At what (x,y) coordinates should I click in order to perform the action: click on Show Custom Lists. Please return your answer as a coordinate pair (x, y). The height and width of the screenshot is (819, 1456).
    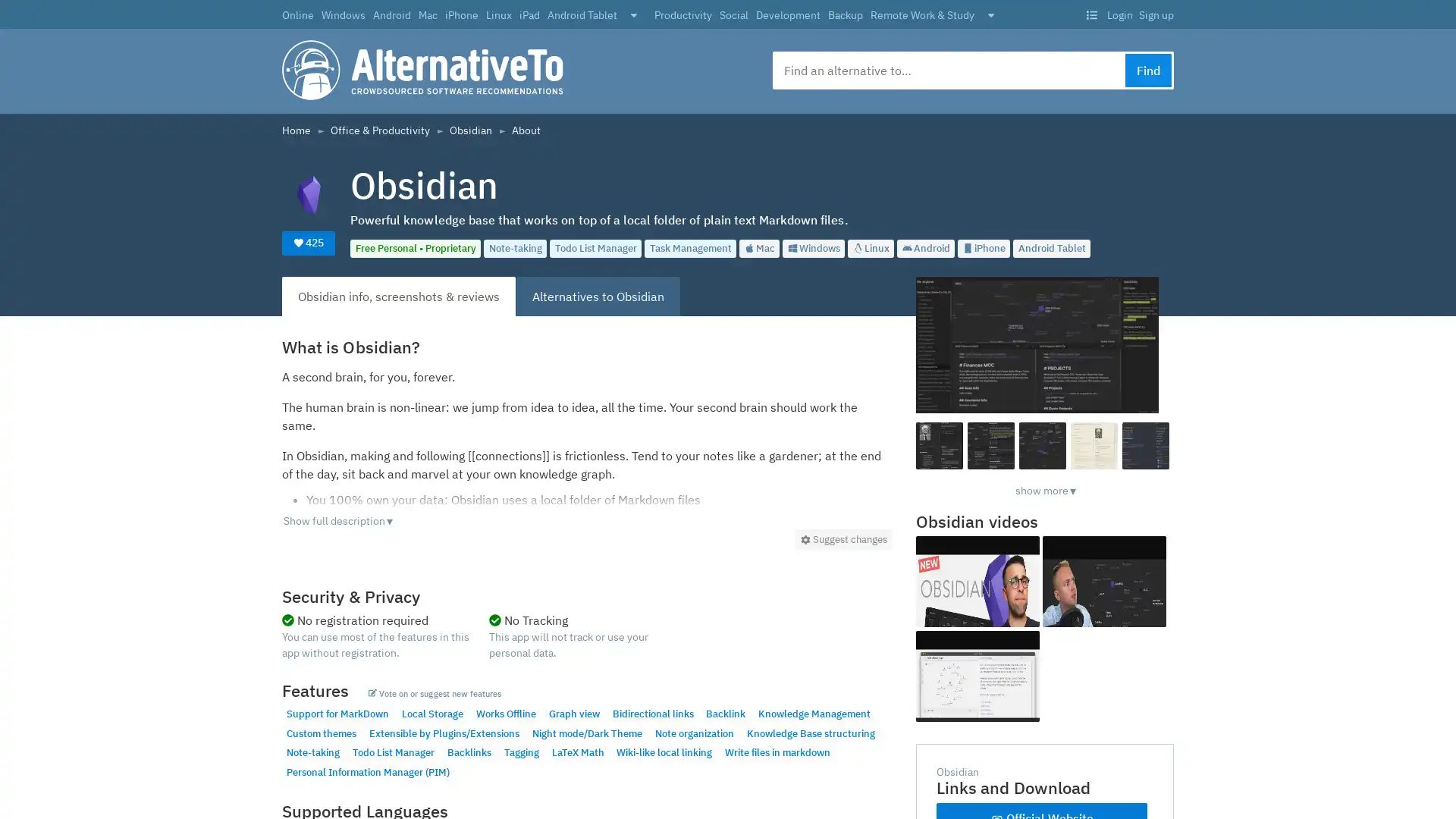
    Looking at the image, I should click on (1090, 15).